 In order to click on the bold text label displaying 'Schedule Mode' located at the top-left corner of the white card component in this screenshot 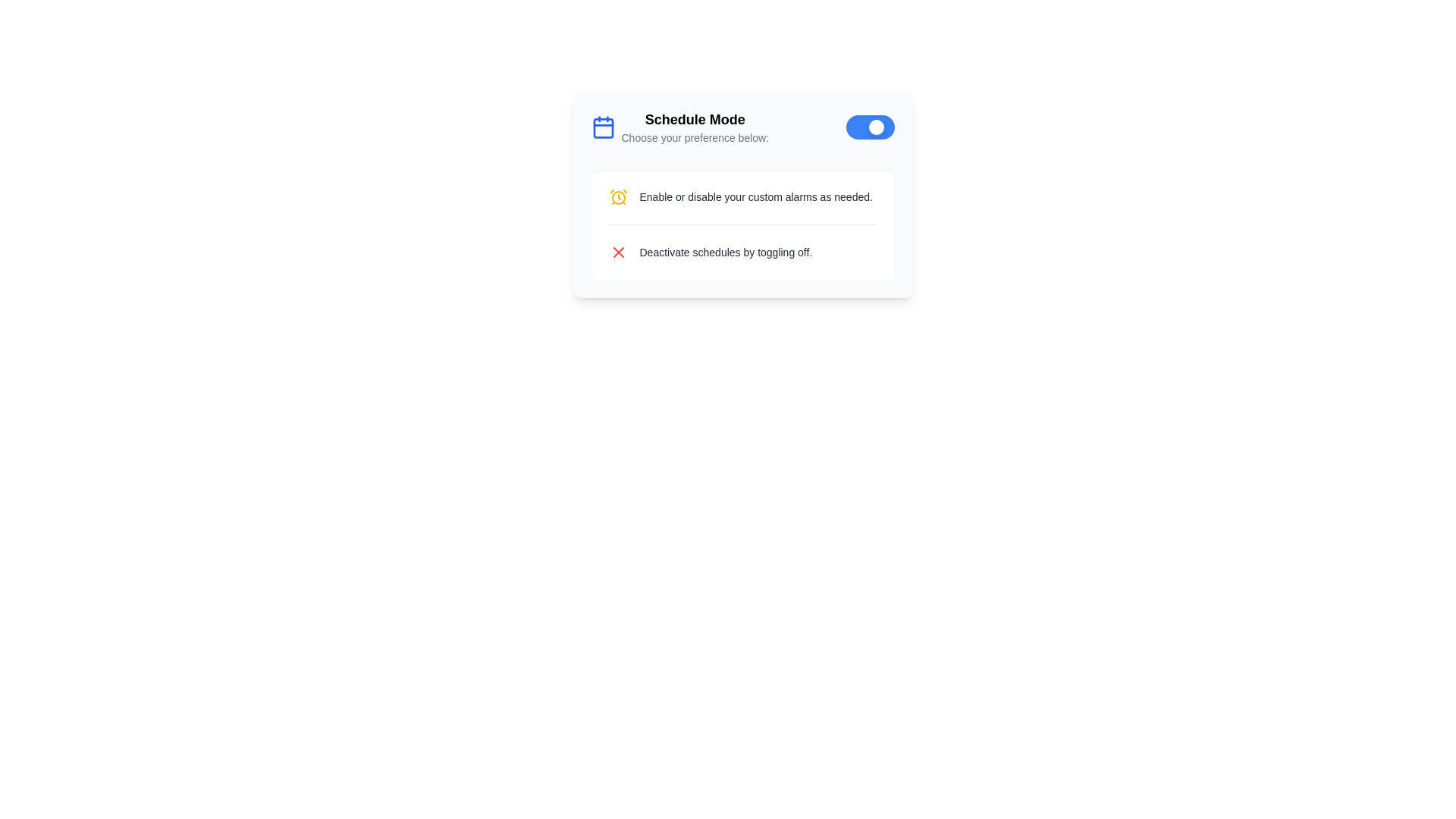, I will do `click(694, 119)`.